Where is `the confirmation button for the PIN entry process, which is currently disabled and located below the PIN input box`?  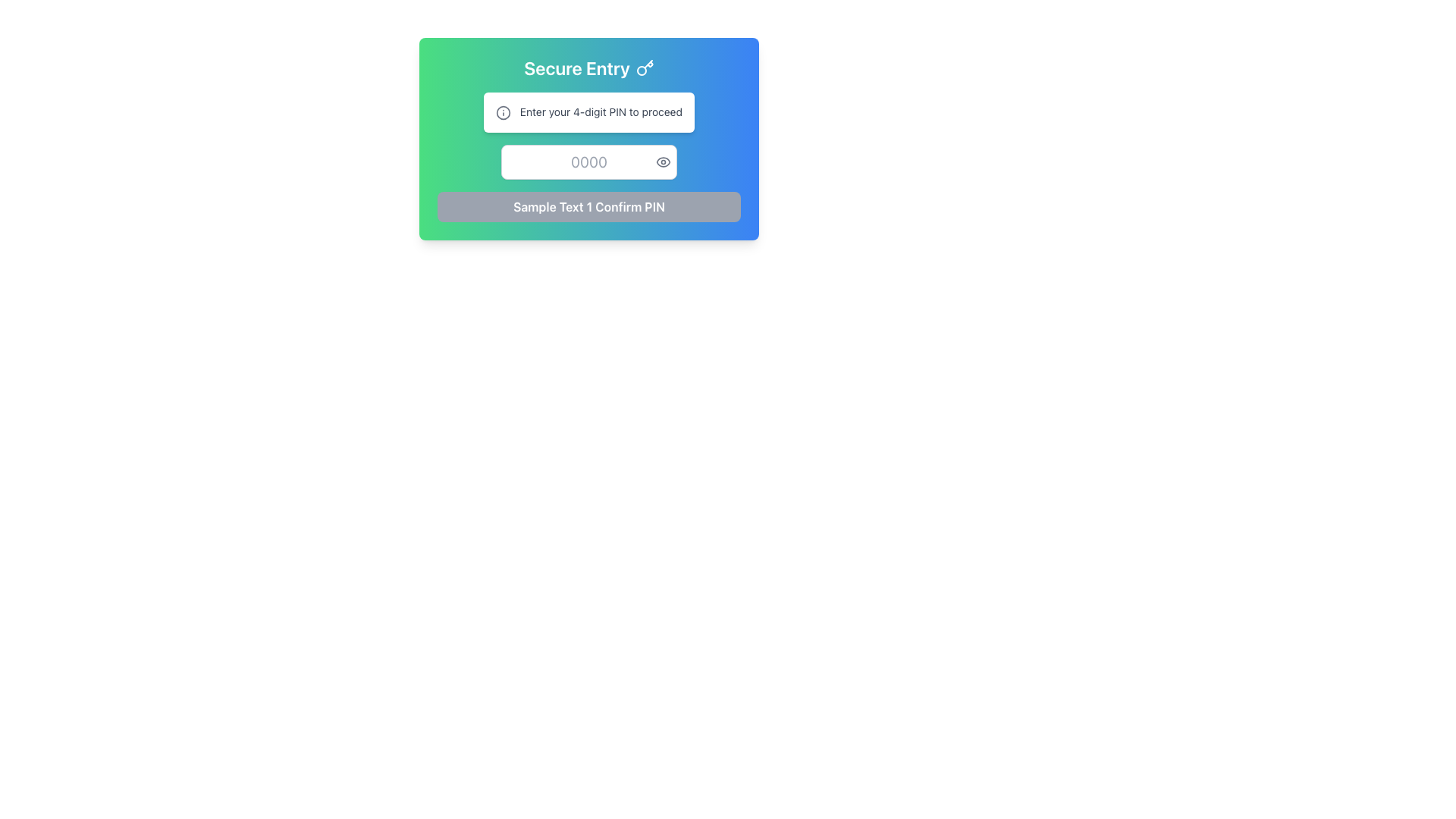
the confirmation button for the PIN entry process, which is currently disabled and located below the PIN input box is located at coordinates (588, 207).